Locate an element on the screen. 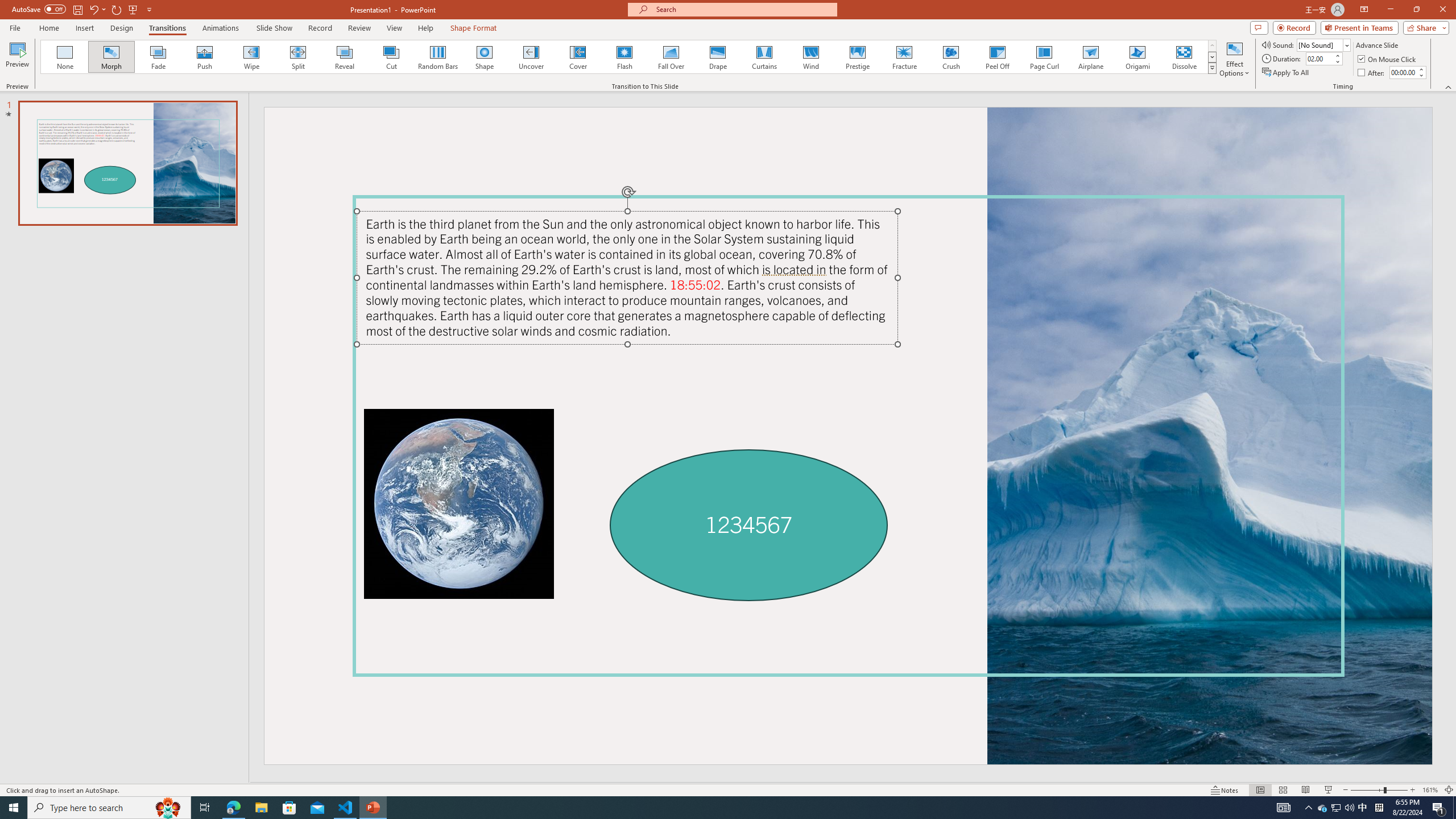 This screenshot has width=1456, height=819. 'Apply To All' is located at coordinates (1287, 72).